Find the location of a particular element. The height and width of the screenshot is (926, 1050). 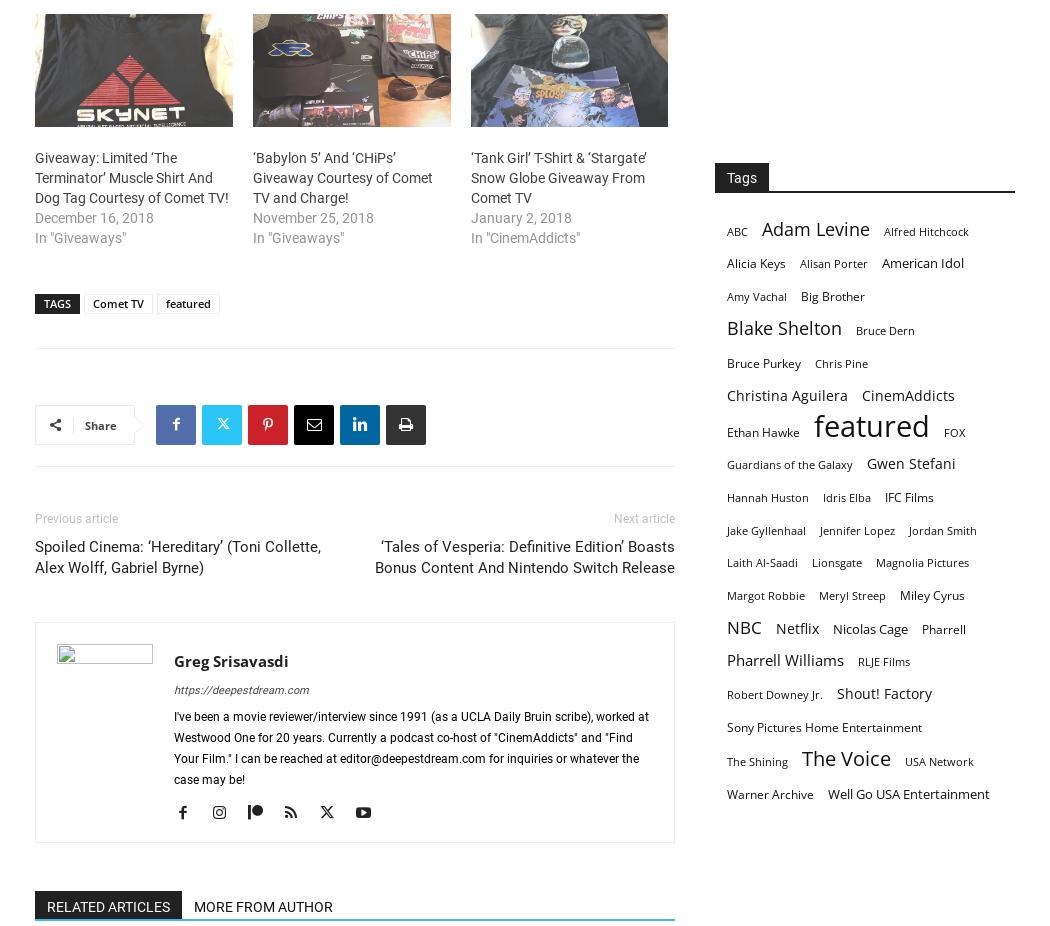

'American Idol' is located at coordinates (922, 262).